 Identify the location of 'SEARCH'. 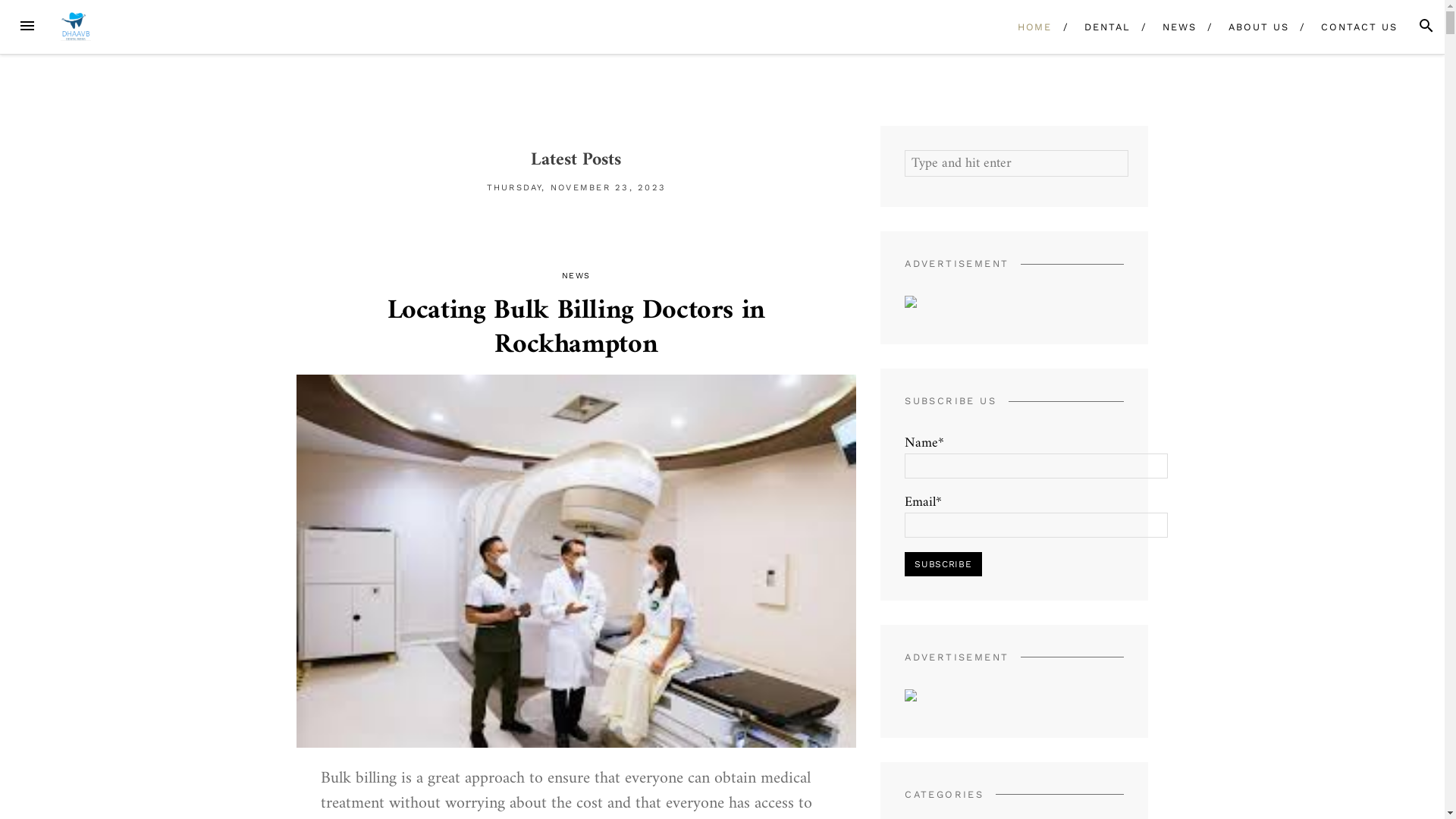
(1426, 26).